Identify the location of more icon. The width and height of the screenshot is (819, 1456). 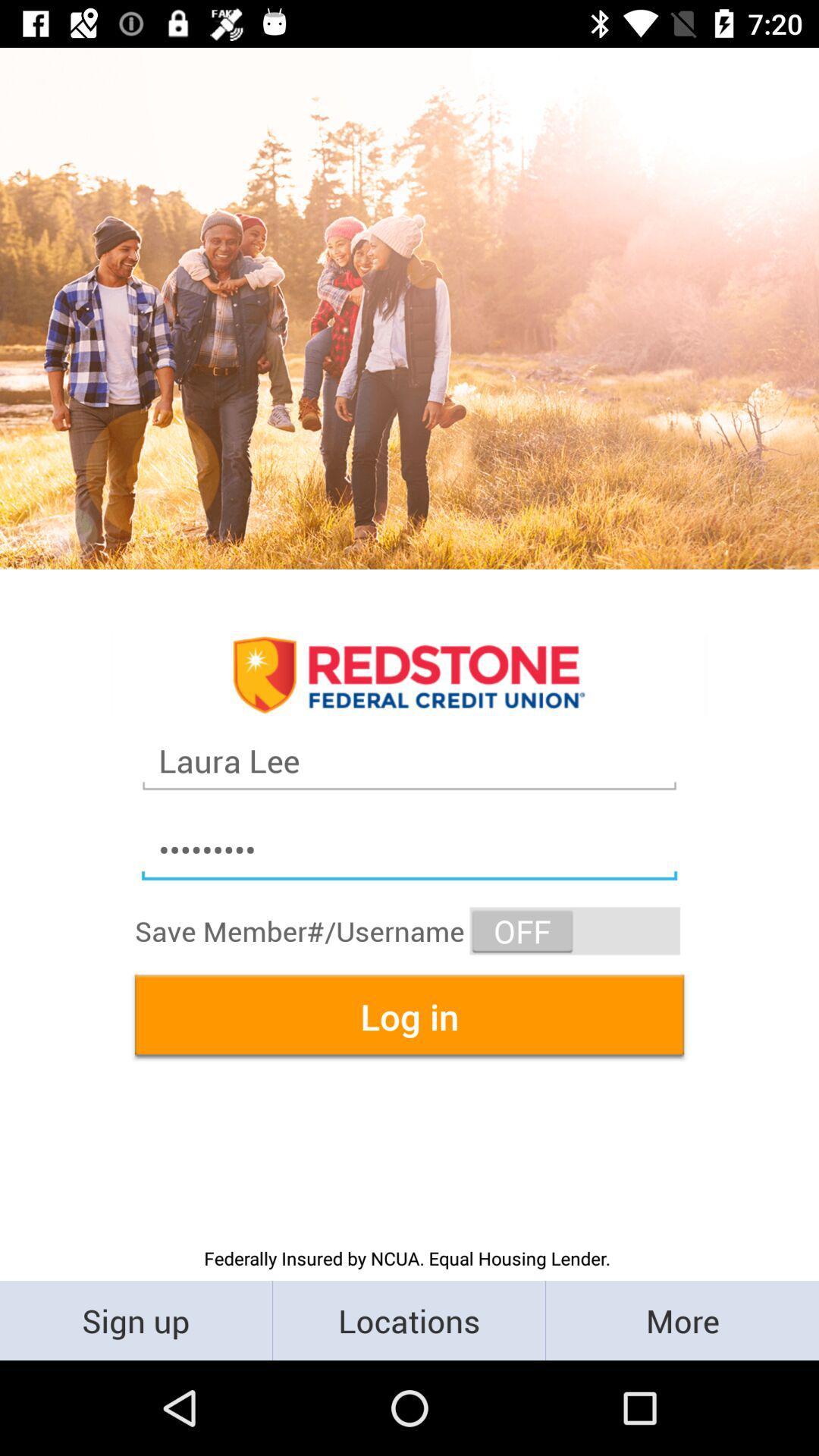
(681, 1319).